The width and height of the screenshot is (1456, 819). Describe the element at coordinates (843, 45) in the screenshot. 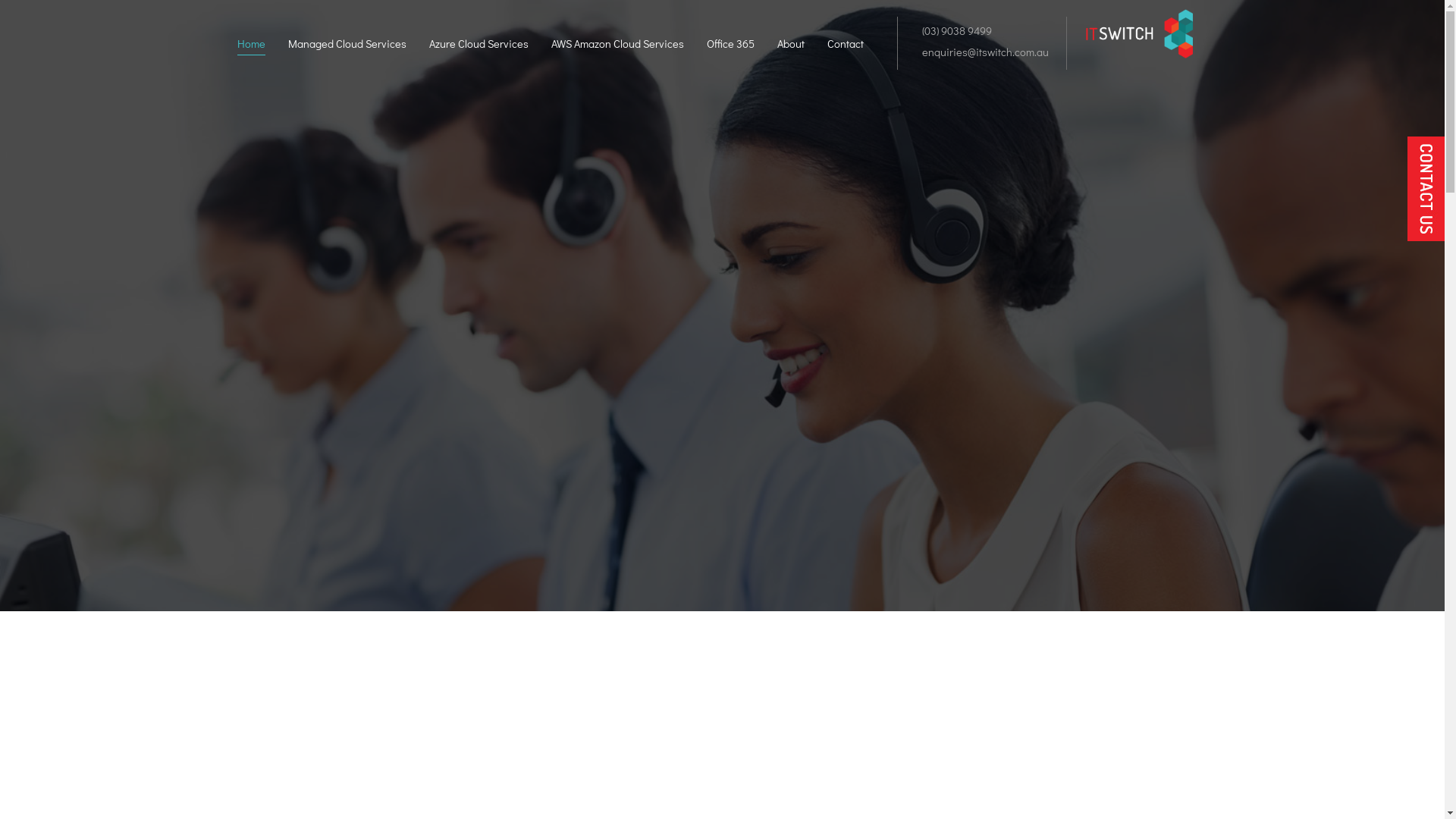

I see `'Contact'` at that location.